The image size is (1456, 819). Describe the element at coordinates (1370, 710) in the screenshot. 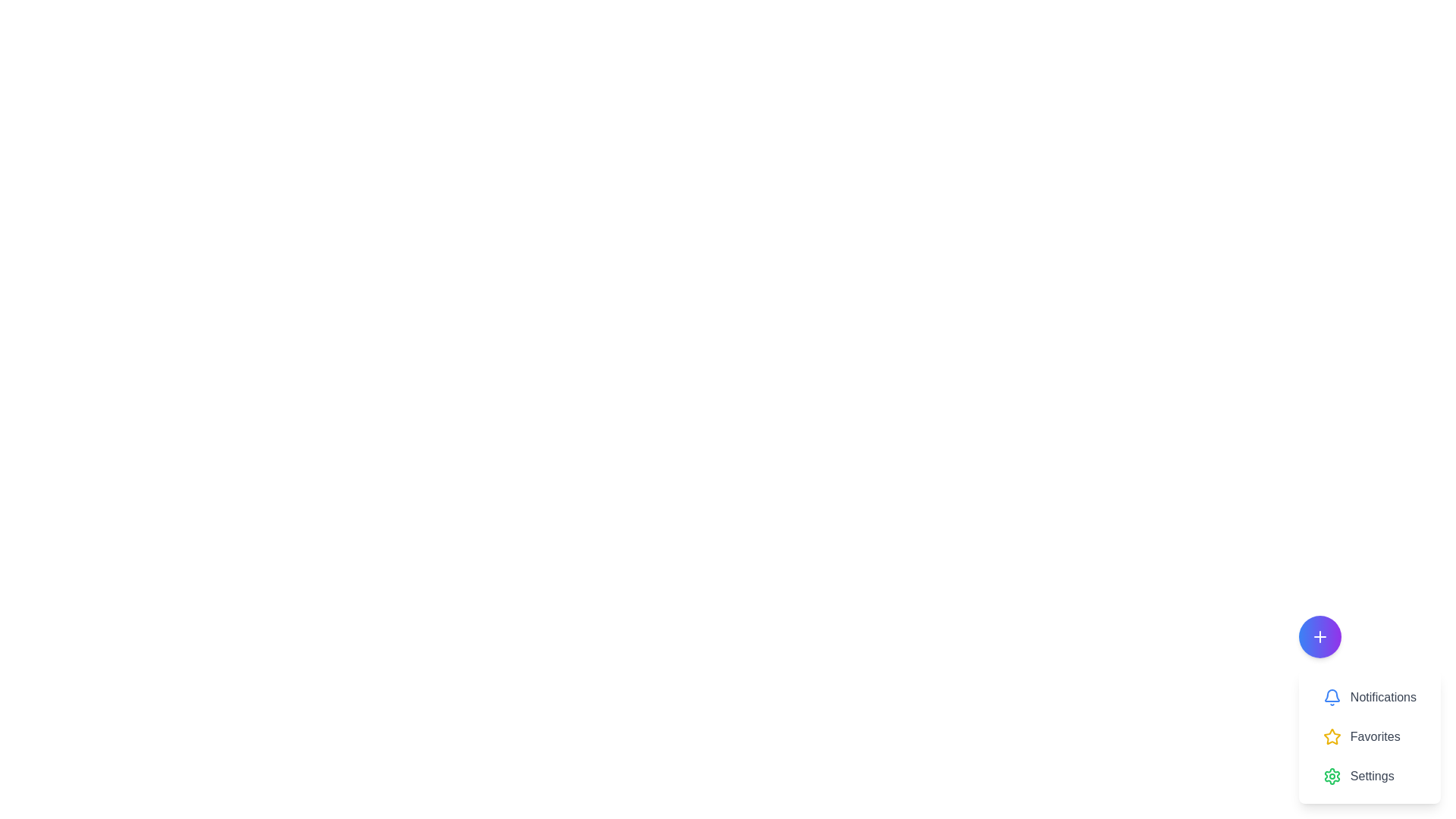

I see `the 'Notifications' item in the interactive menu located at the bottom-right corner, which is visually represented with a blue icon` at that location.